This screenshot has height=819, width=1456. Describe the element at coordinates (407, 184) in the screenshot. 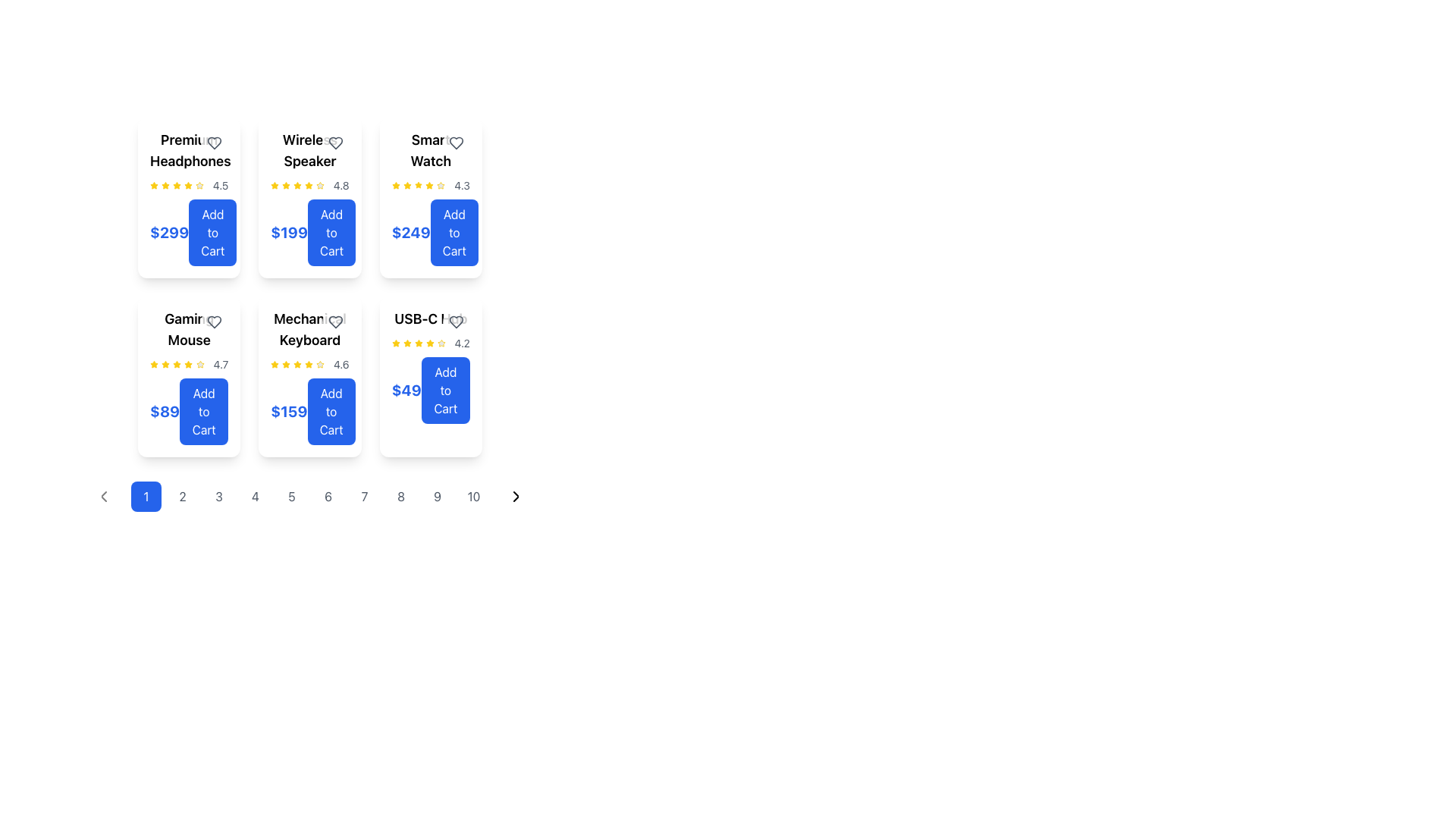

I see `the decorative icon representing user ratings for the Smart Watch card, located at the top right of the grid, adjacent to the heart icon and above the rating value of '4.3'` at that location.